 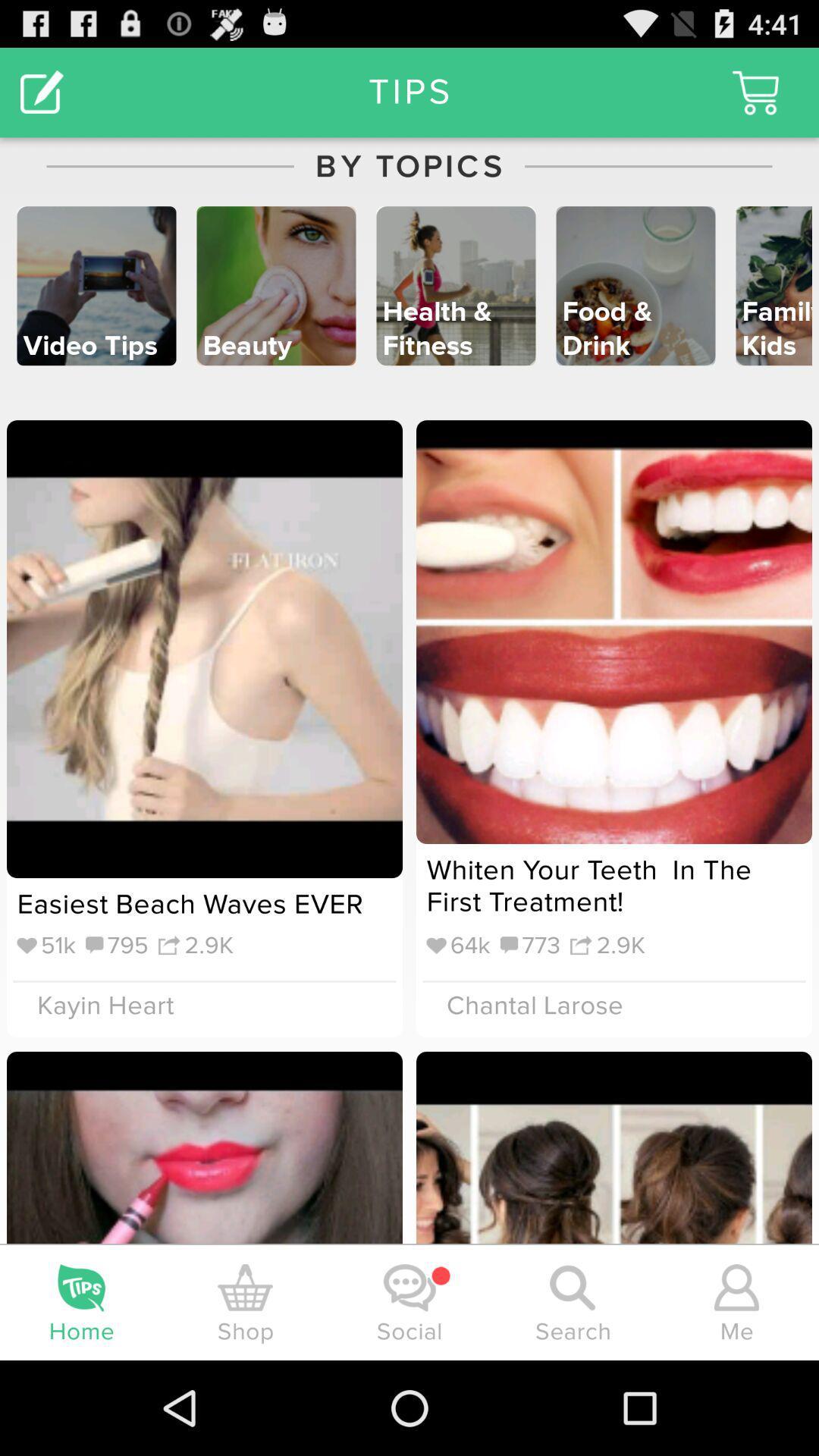 I want to click on the social icon, so click(x=409, y=1287).